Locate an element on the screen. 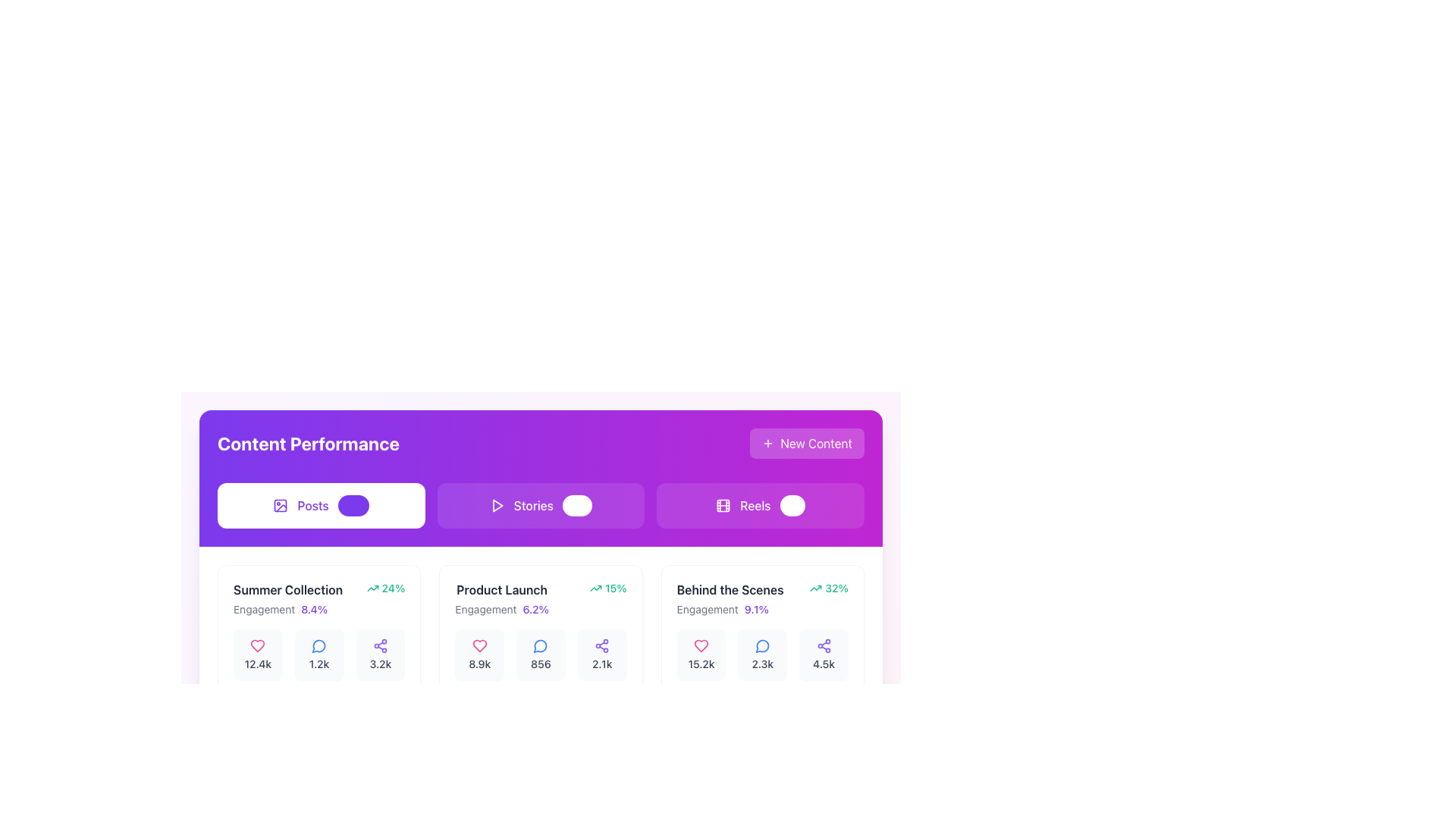  count displayed on the informational card with a blue speech bubble icon in the 'Product Launch' section under 'Content Performance', specifically the middle of three stats under the 'Engagement' subheading is located at coordinates (541, 654).